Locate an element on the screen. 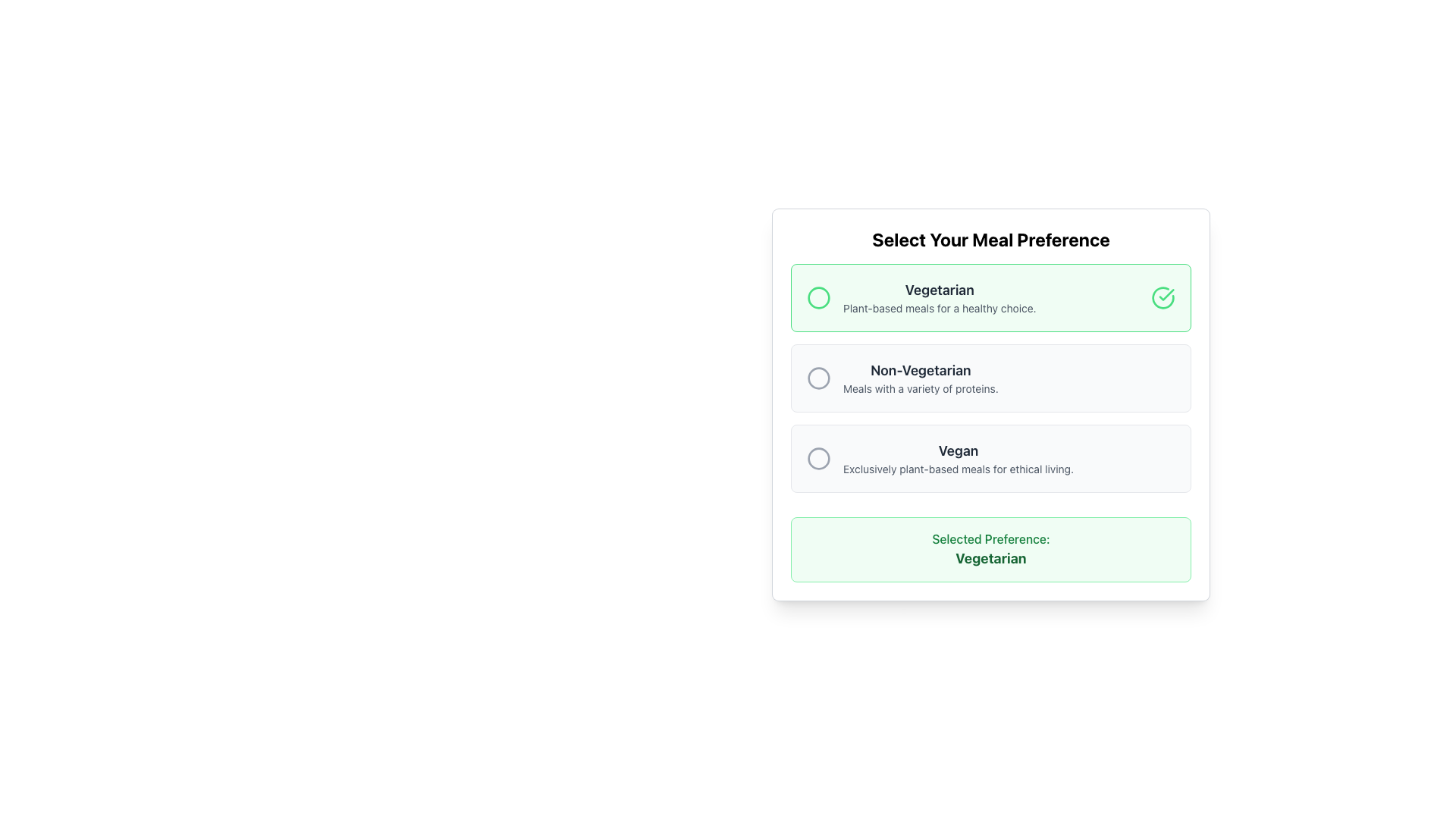  the Information Display Box that shows the user's currently selected meal preference, which is 'Vegetarian' is located at coordinates (990, 550).